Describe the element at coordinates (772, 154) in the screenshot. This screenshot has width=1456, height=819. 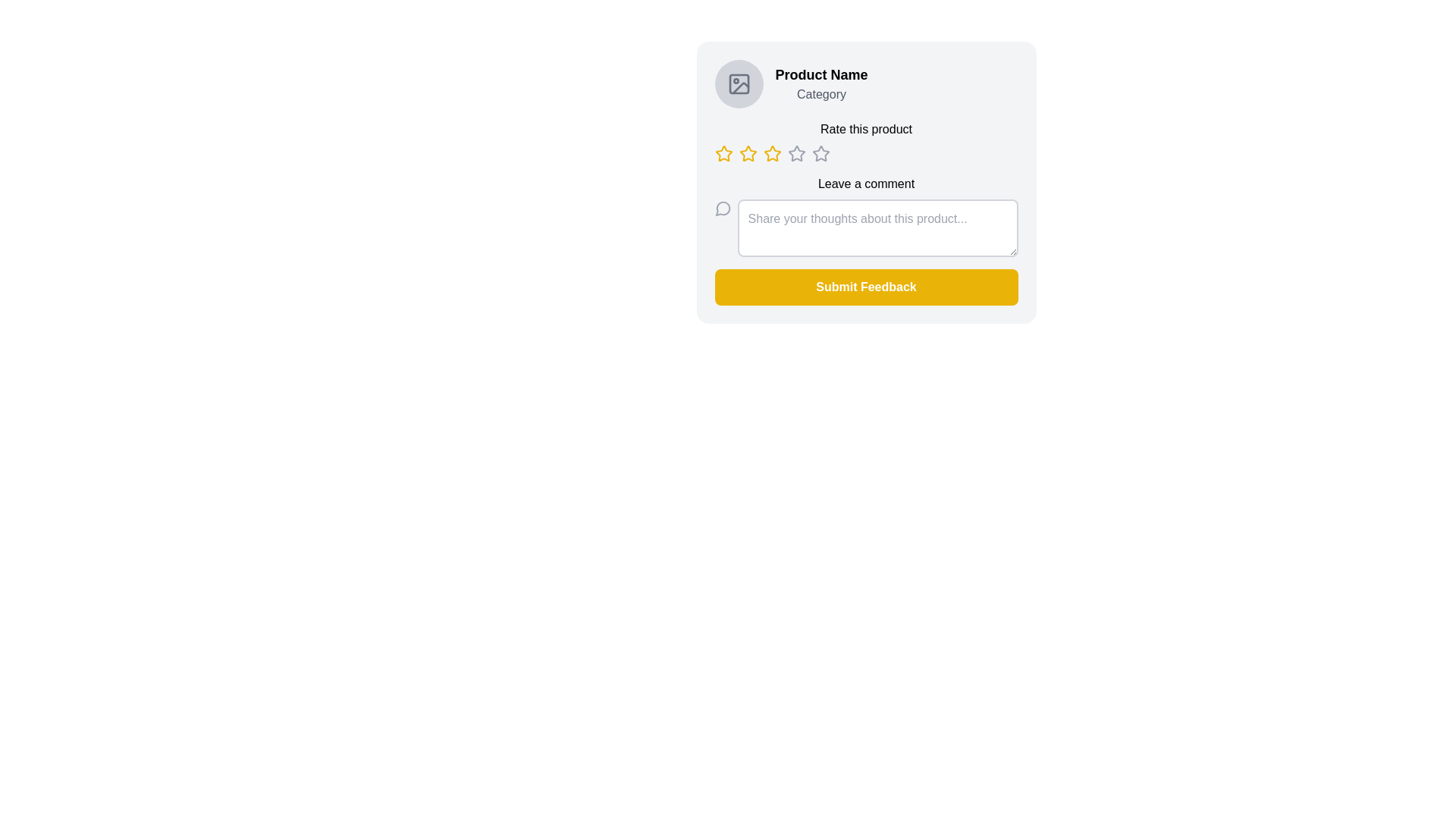
I see `the fourth star icon in the star rating system` at that location.